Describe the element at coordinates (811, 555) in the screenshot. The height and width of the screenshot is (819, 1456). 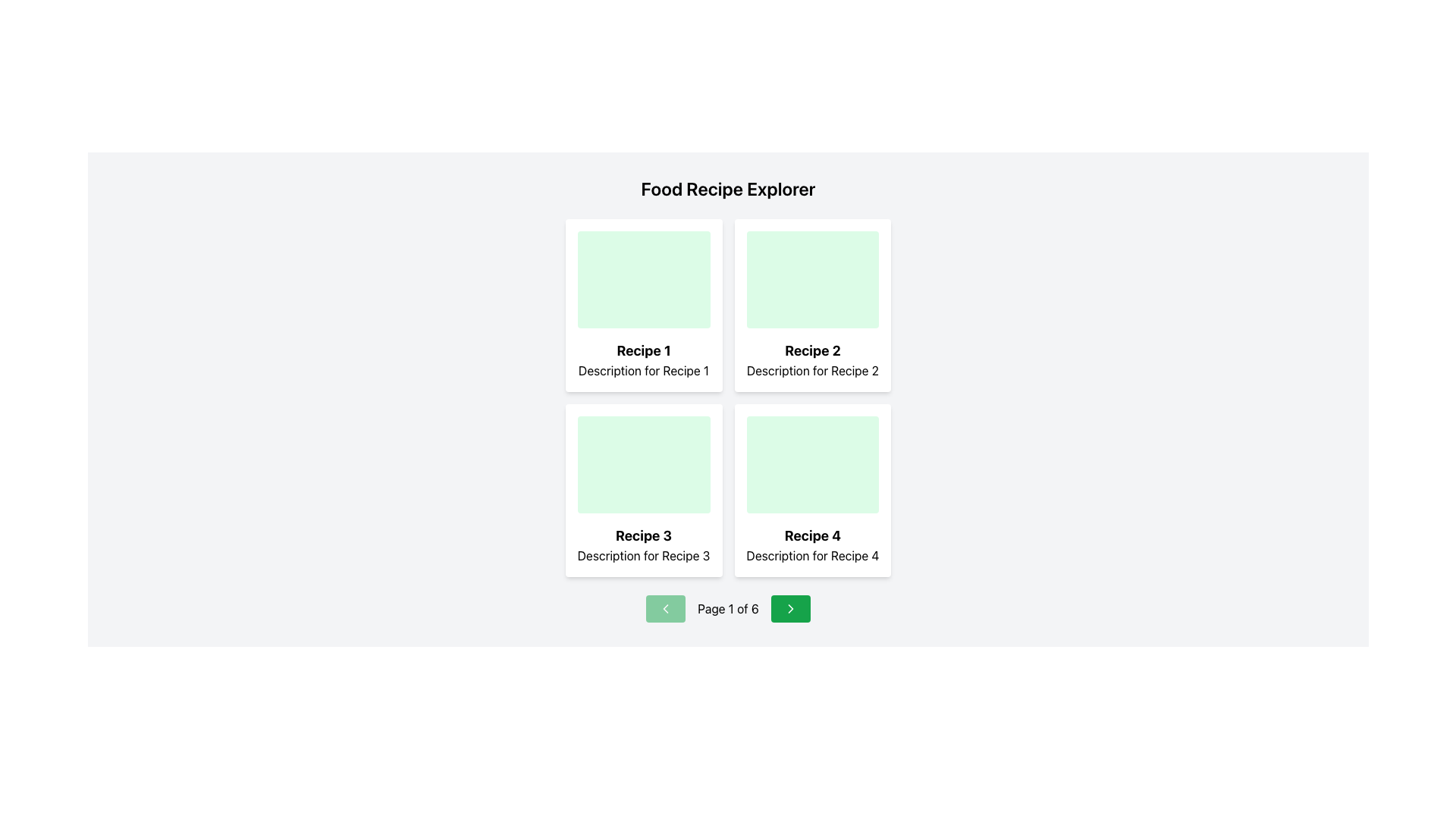
I see `static text label providing additional information about 'Recipe 4', located in the bottom section of the card in the fourth column of the second row` at that location.